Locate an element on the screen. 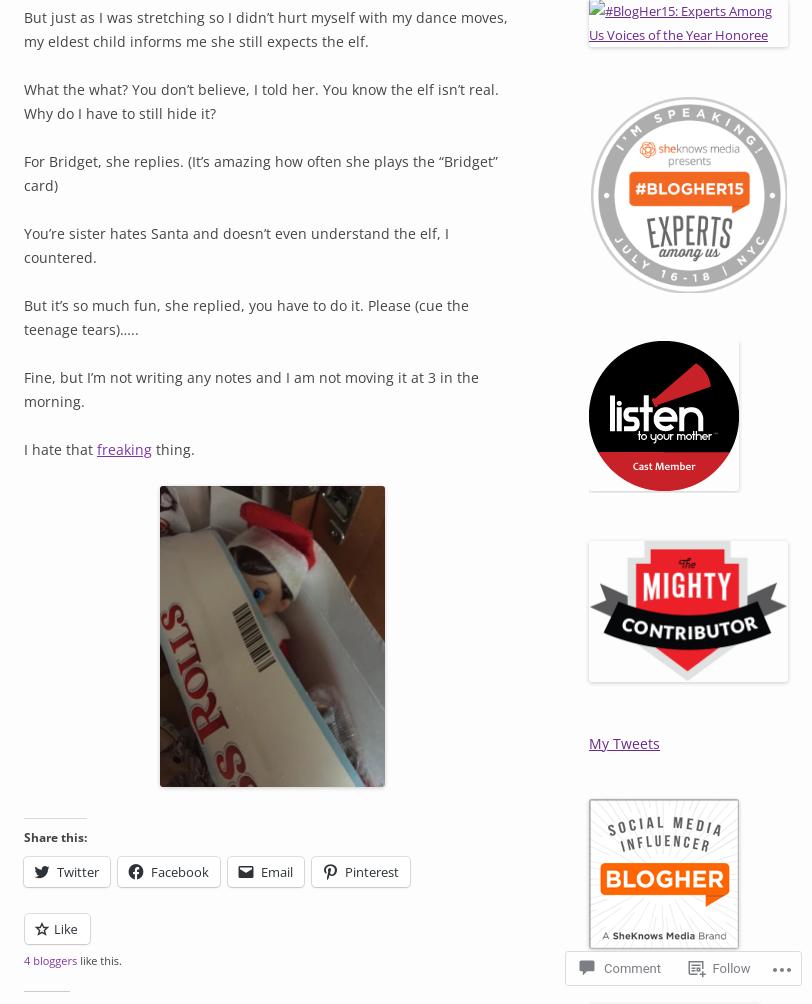 This screenshot has width=812, height=1004. 'What the what? You don’t believe, I told her. You know the elf isn’t real. Why do I have to still hide it?' is located at coordinates (261, 100).